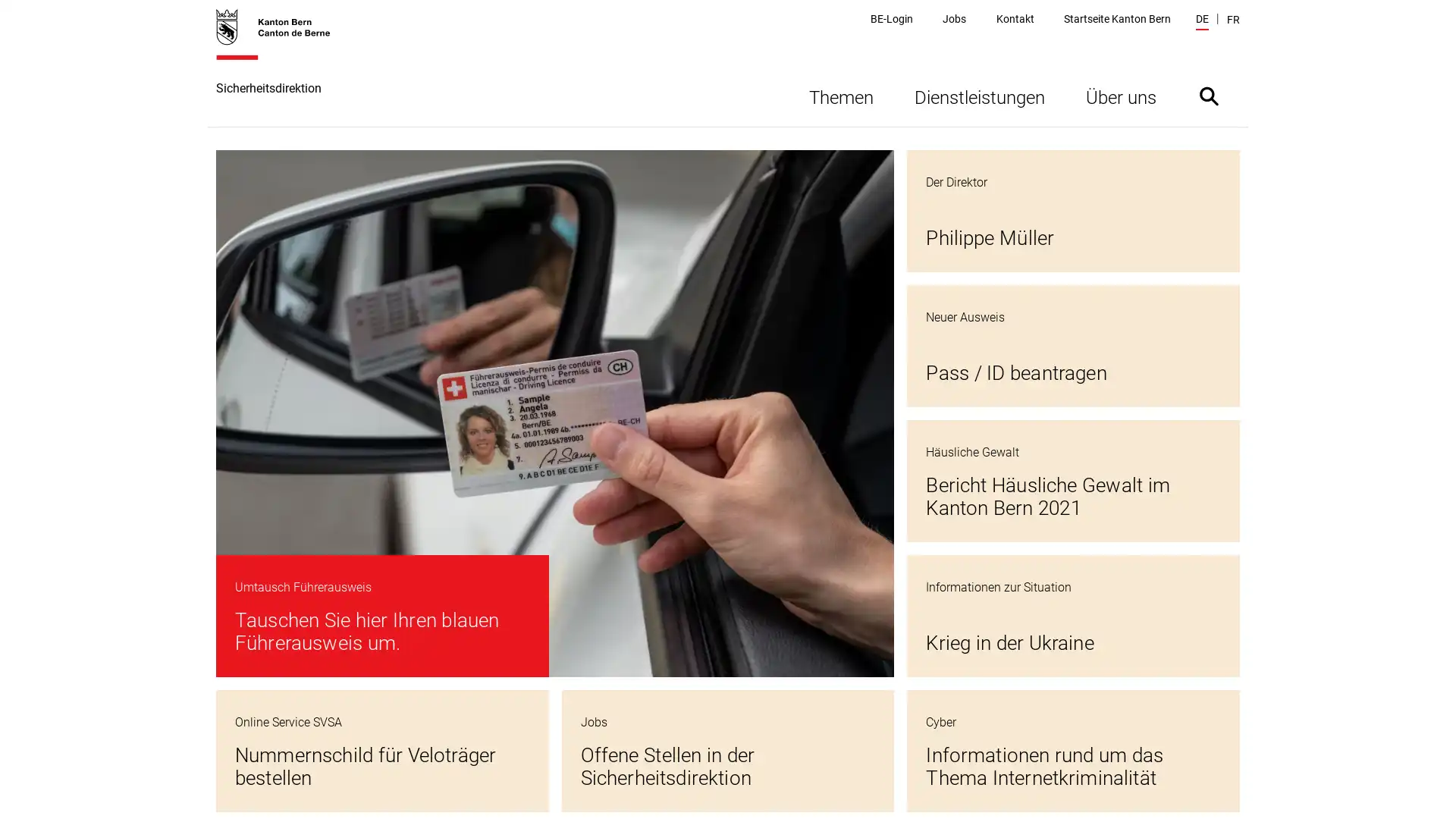 Image resolution: width=1456 pixels, height=819 pixels. Describe the element at coordinates (840, 97) in the screenshot. I see `Themen` at that location.